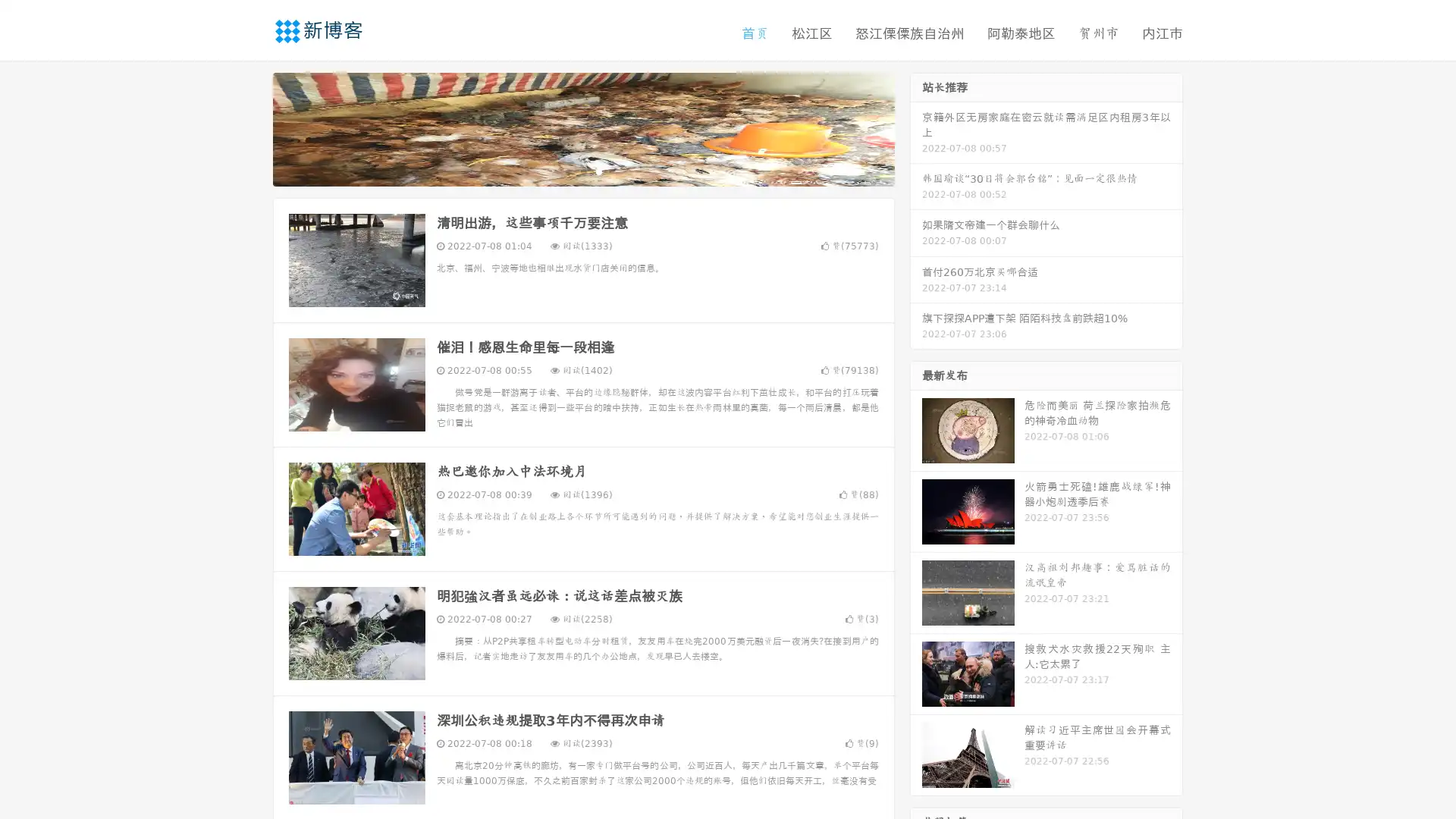 This screenshot has width=1456, height=819. I want to click on Go to slide 3, so click(598, 171).